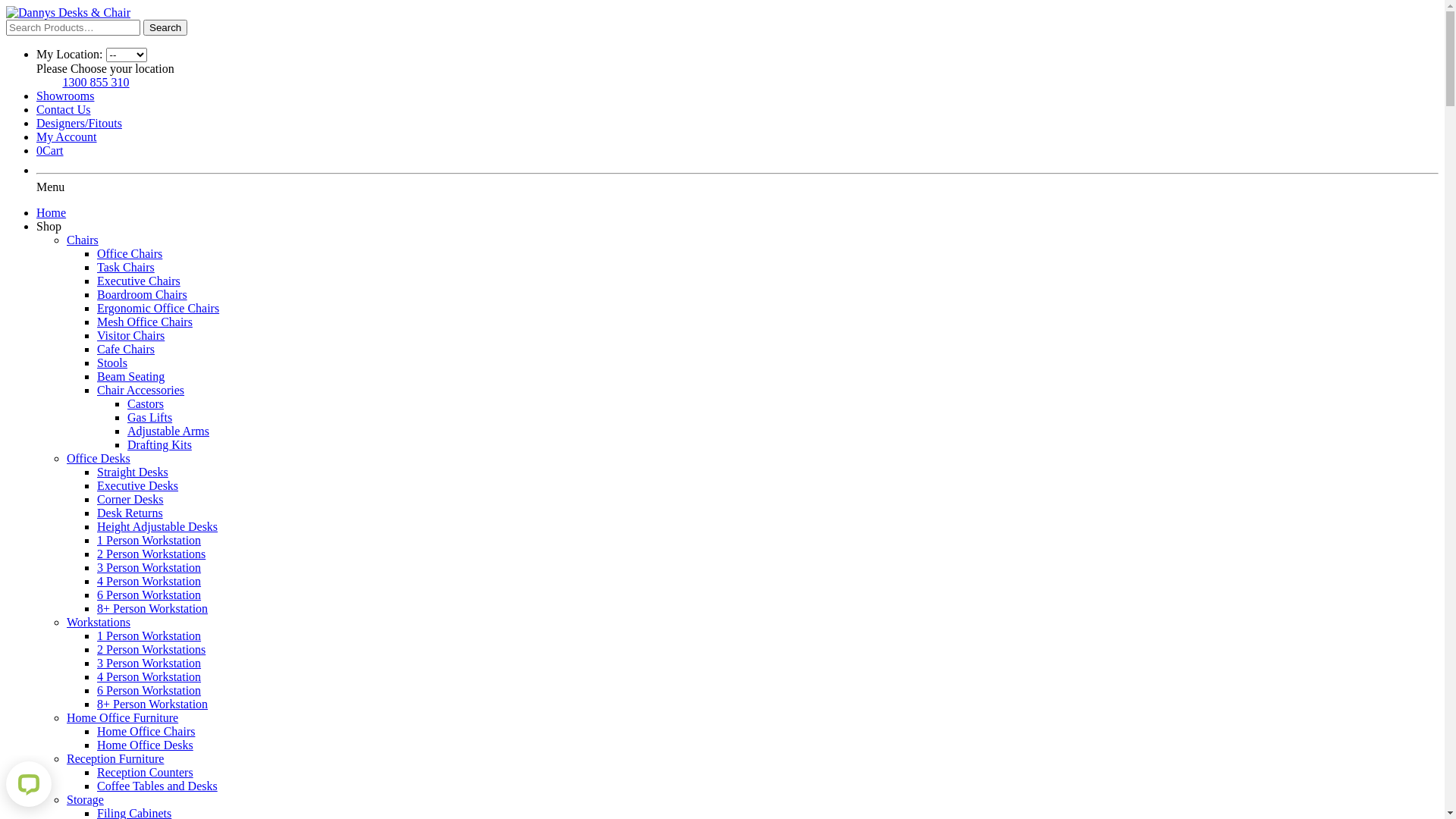  What do you see at coordinates (96, 471) in the screenshot?
I see `'Straight Desks'` at bounding box center [96, 471].